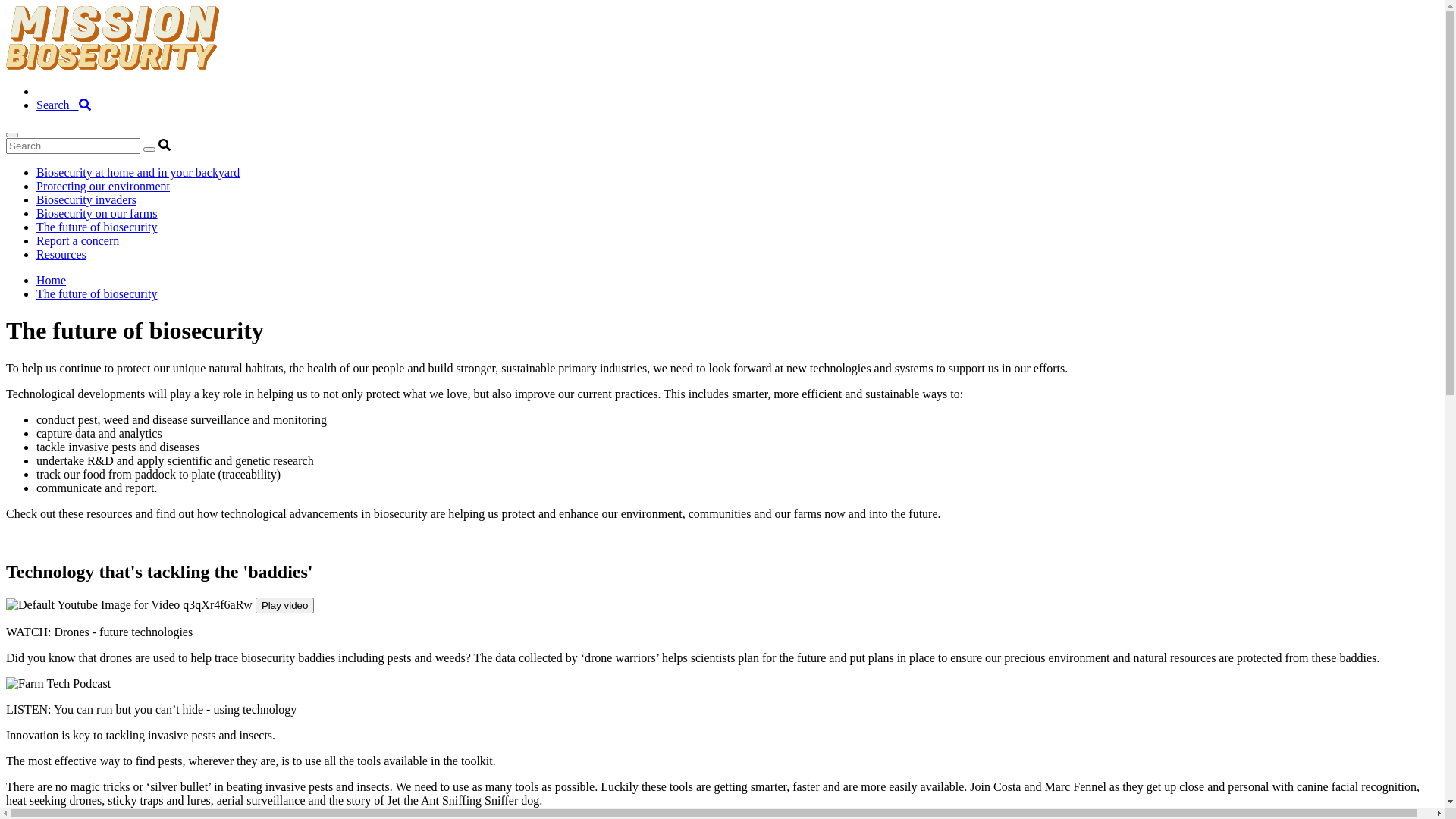 Image resolution: width=1456 pixels, height=819 pixels. Describe the element at coordinates (102, 185) in the screenshot. I see `'Protecting our environment'` at that location.